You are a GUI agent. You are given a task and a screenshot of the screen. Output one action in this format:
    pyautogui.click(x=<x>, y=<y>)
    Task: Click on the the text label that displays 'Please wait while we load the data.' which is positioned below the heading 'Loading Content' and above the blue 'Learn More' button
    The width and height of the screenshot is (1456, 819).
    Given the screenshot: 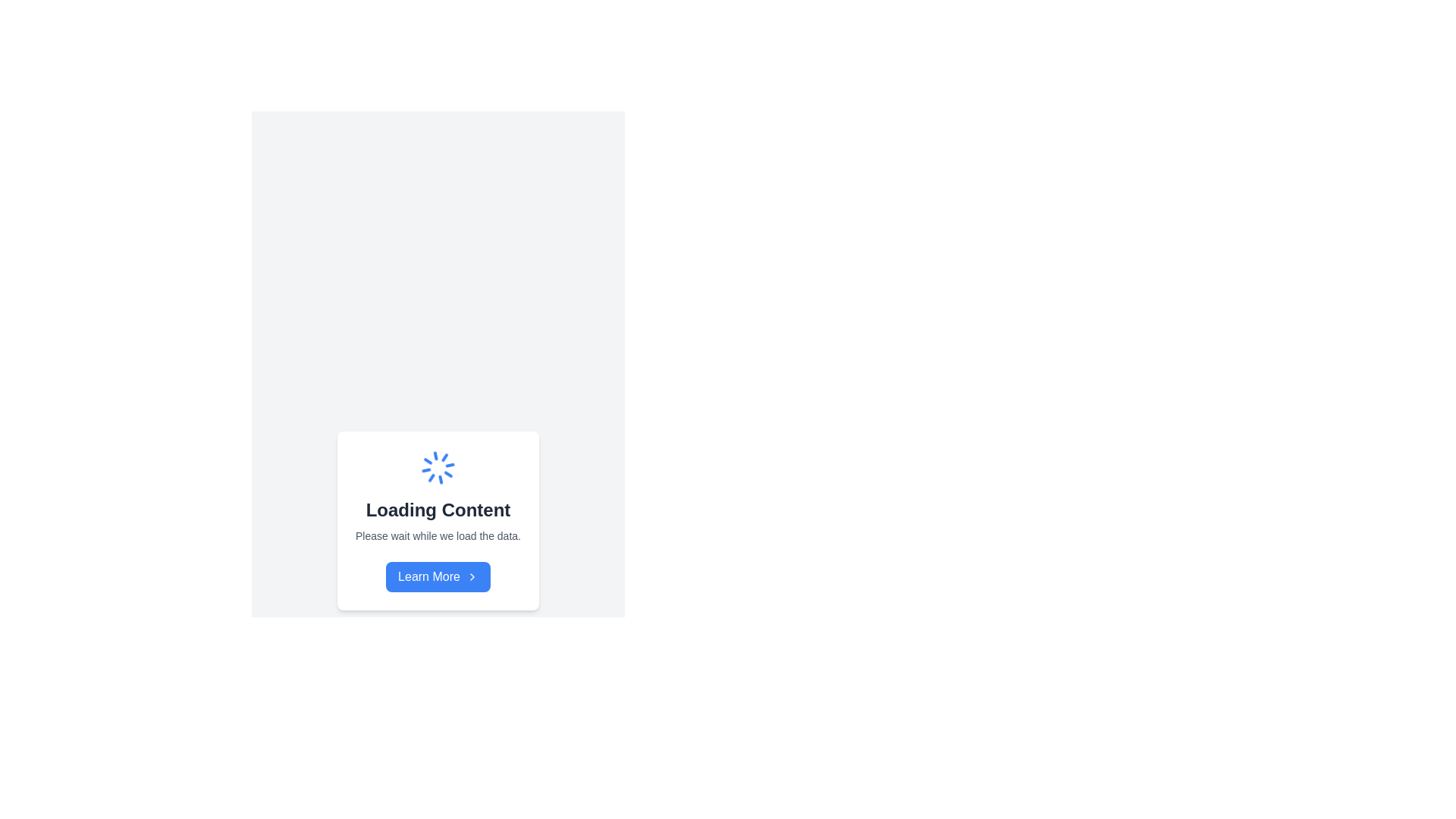 What is the action you would take?
    pyautogui.click(x=437, y=535)
    